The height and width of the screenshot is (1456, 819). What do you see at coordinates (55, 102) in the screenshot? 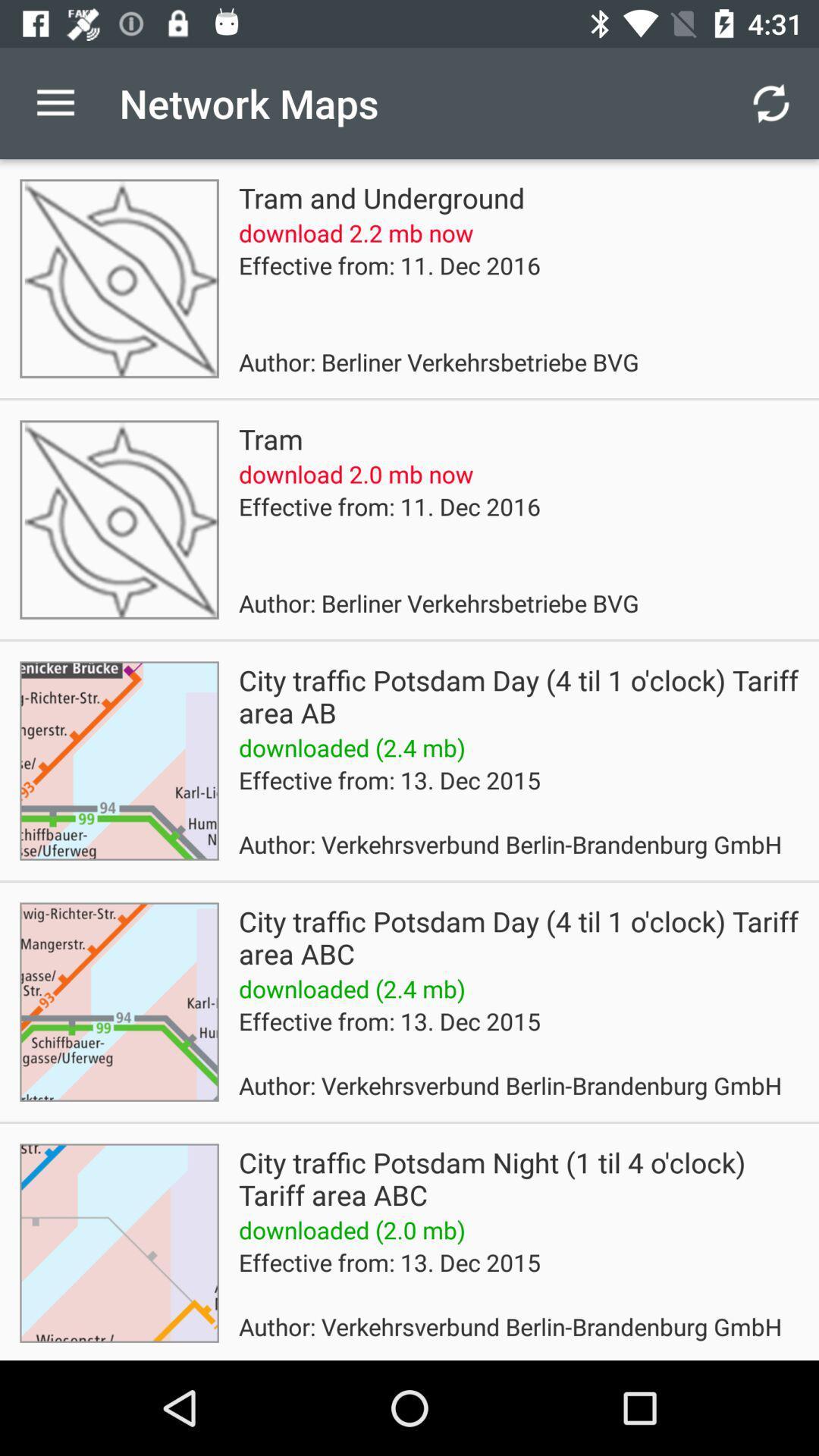
I see `the app next to network maps icon` at bounding box center [55, 102].